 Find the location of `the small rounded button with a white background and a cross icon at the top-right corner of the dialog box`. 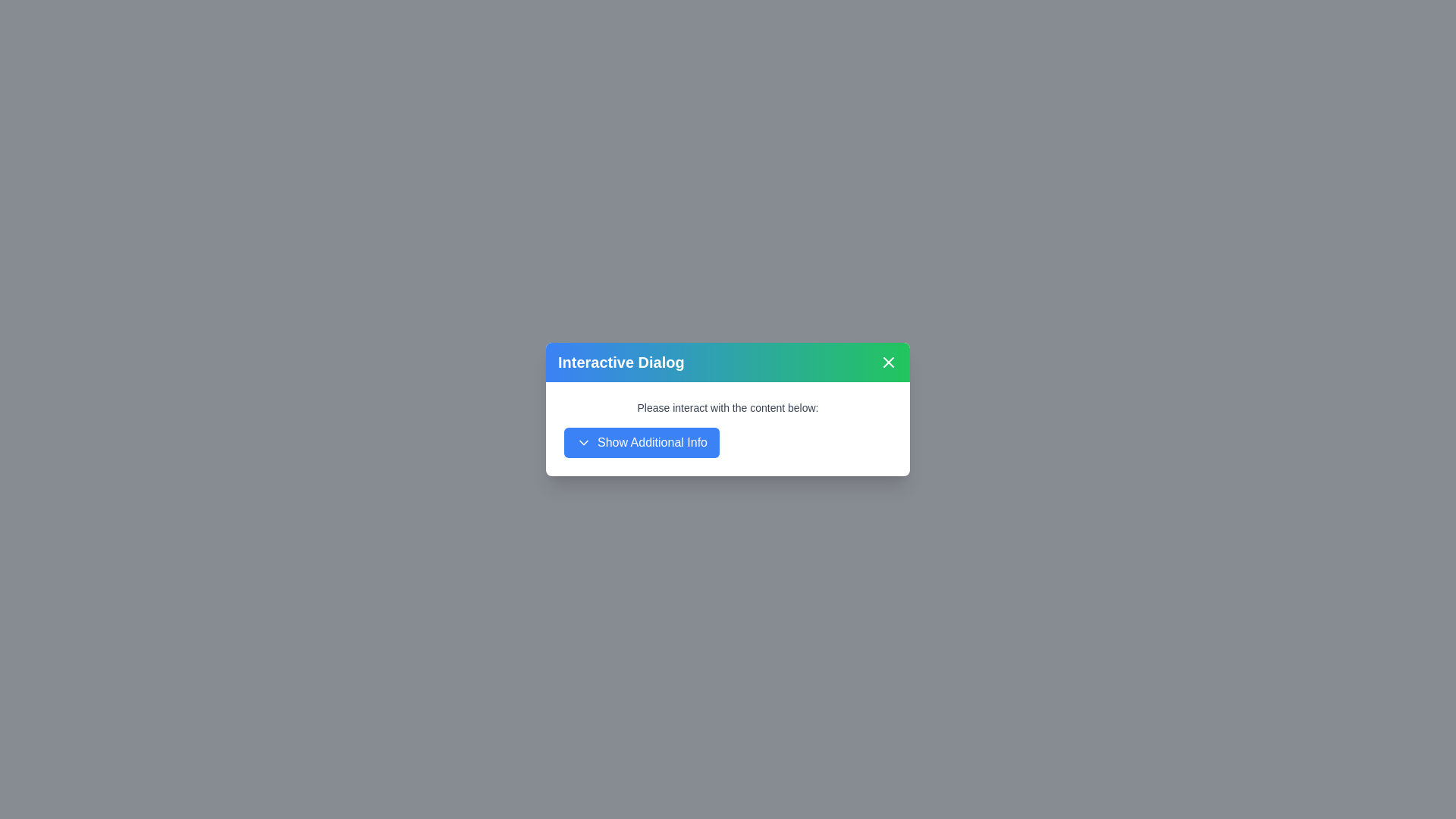

the small rounded button with a white background and a cross icon at the top-right corner of the dialog box is located at coordinates (888, 362).